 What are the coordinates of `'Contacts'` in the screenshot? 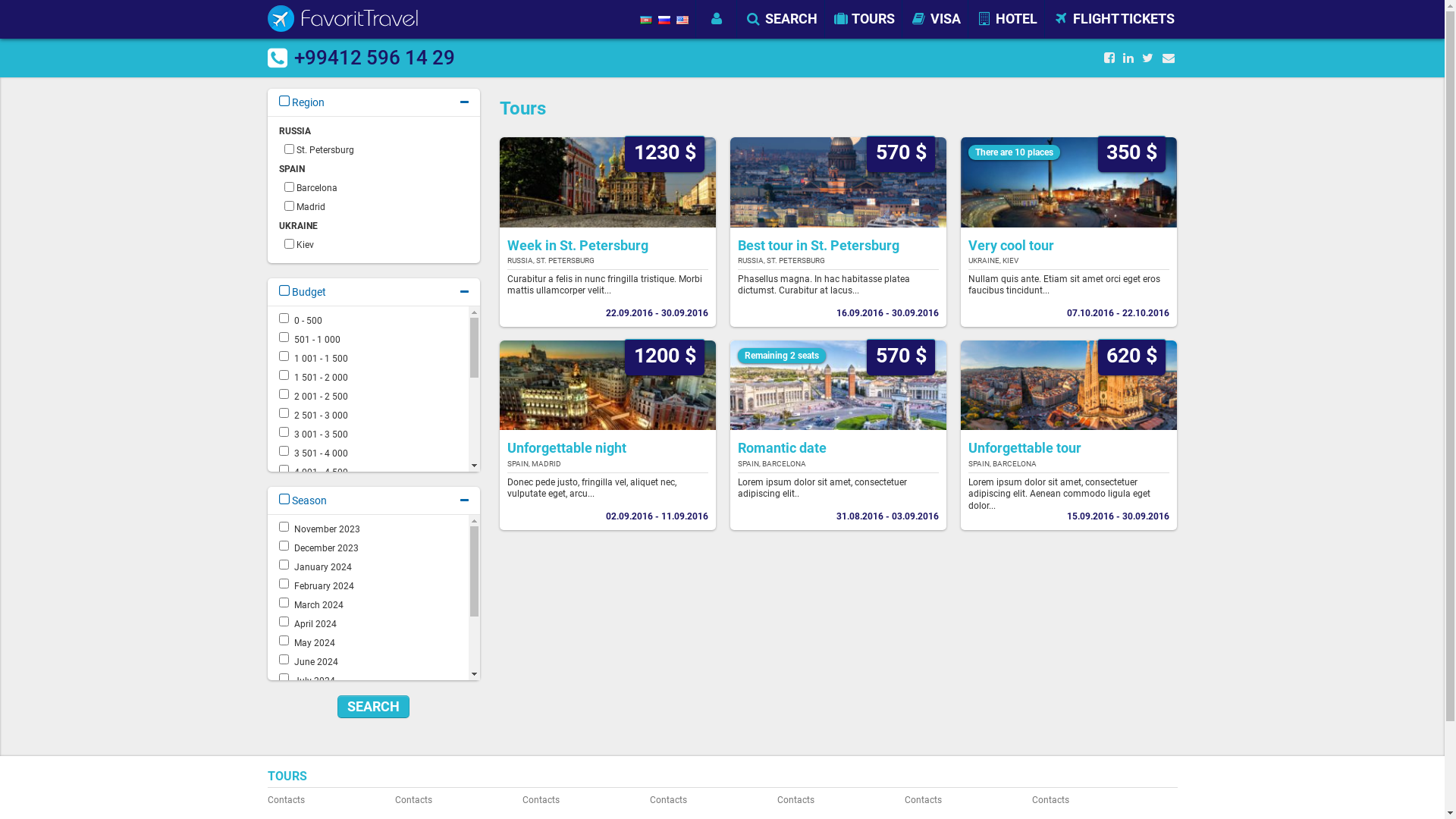 It's located at (325, 799).